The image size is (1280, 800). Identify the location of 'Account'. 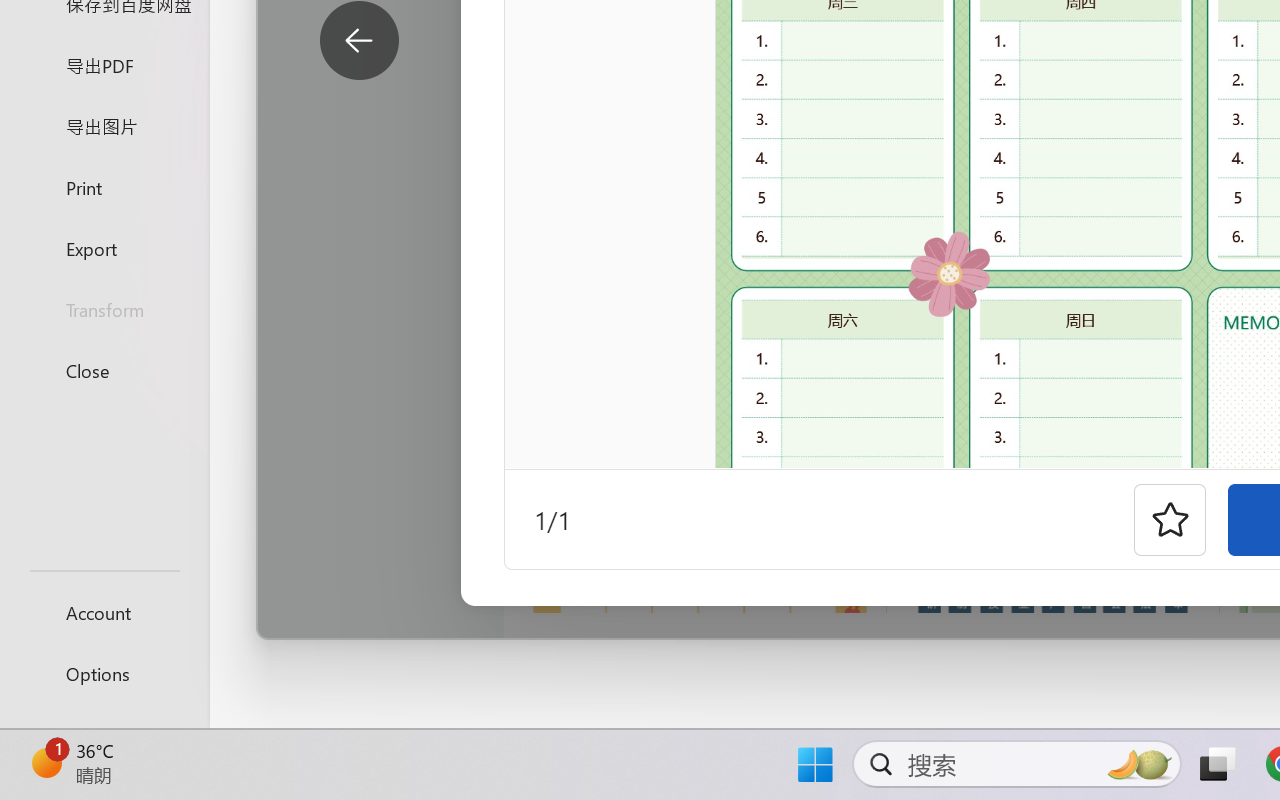
(103, 612).